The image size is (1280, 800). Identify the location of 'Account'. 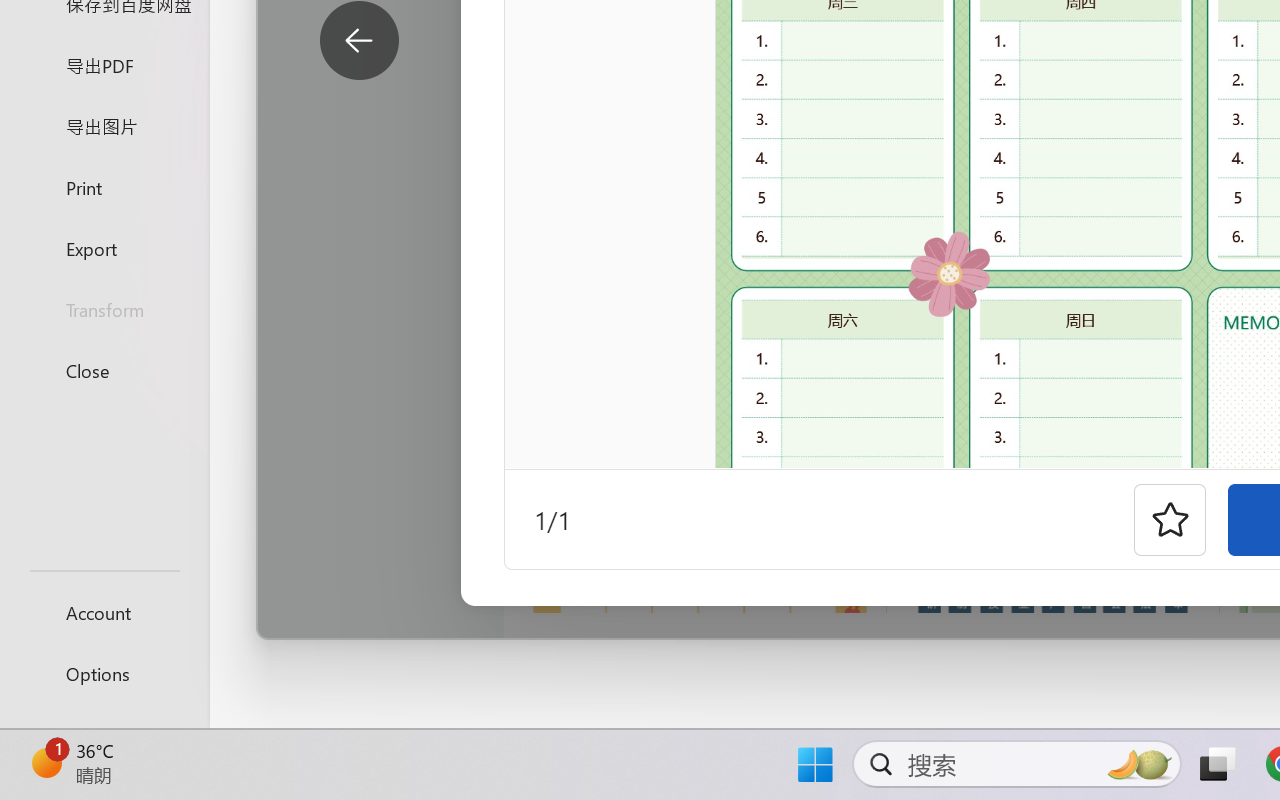
(103, 612).